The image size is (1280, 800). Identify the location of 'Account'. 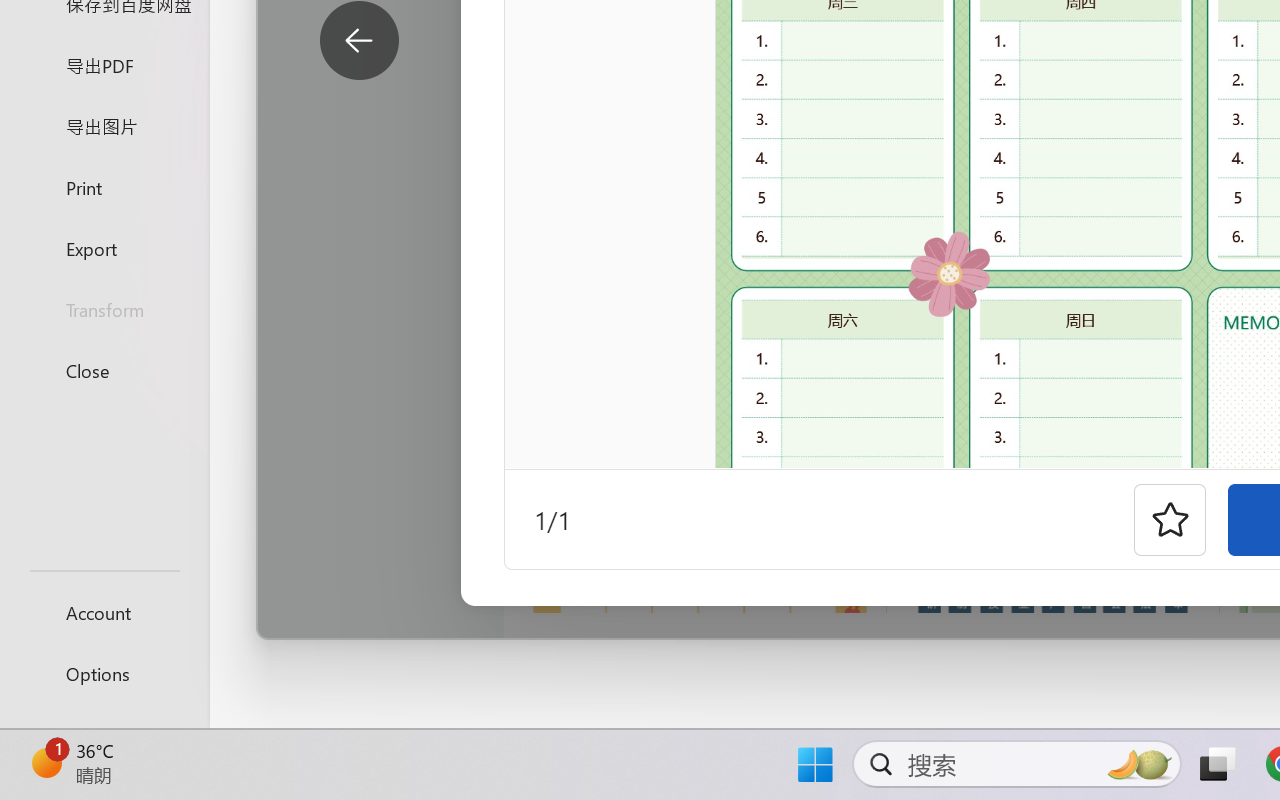
(103, 612).